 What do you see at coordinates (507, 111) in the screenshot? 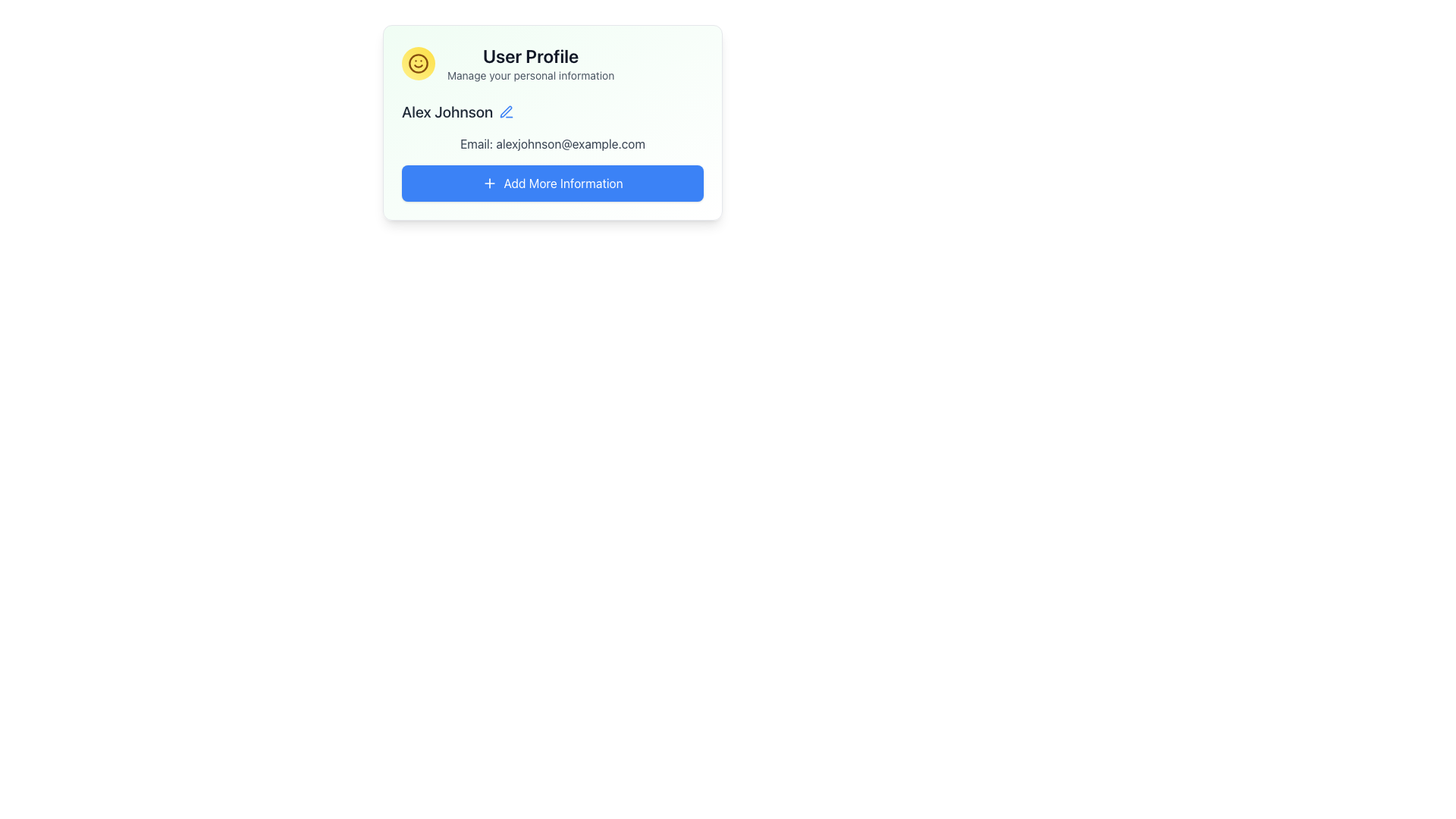
I see `the blue pen icon button` at bounding box center [507, 111].